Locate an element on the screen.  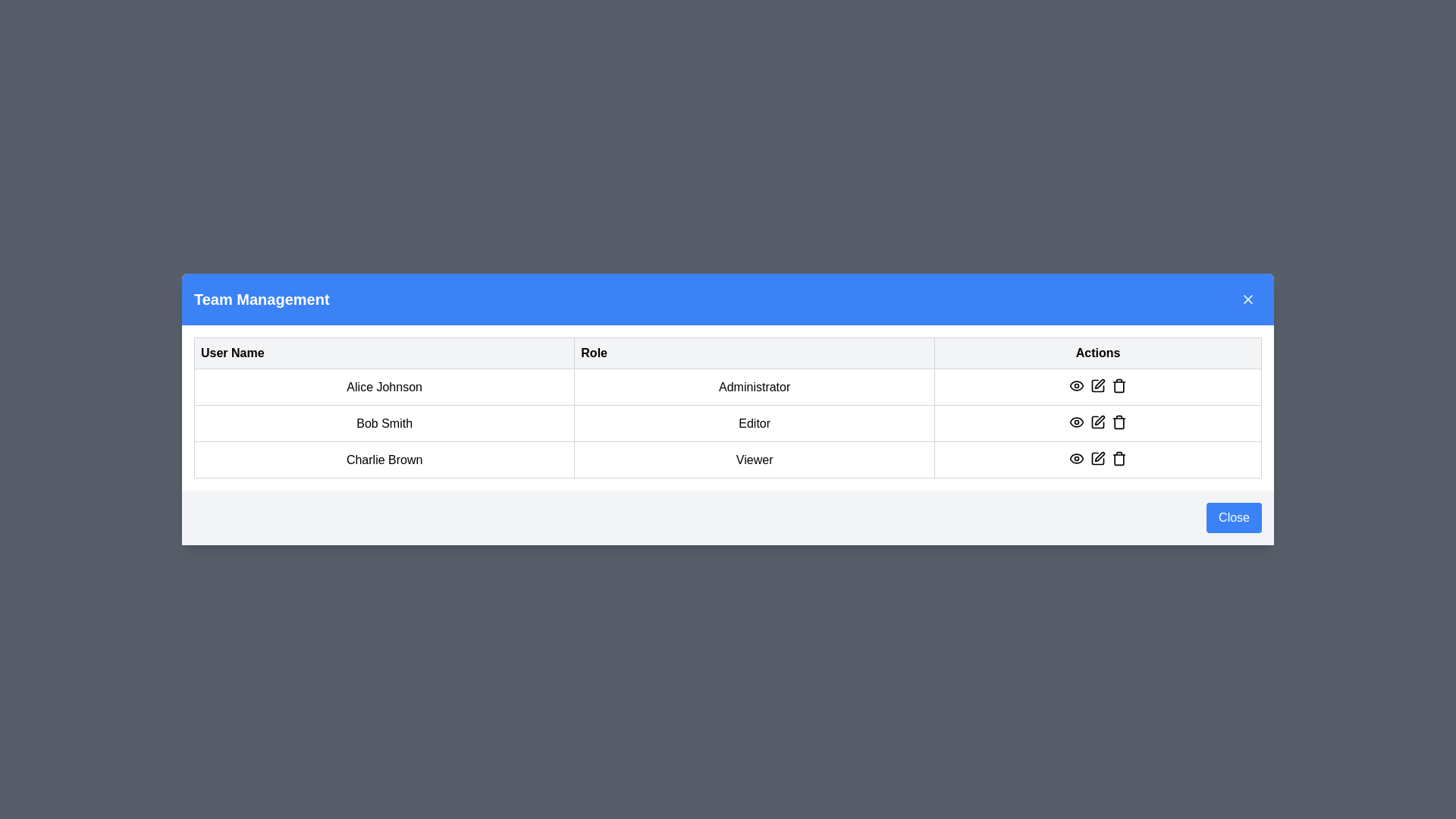
the trash bin icon button in the Actions column of the row for Bob Smith is located at coordinates (1119, 422).